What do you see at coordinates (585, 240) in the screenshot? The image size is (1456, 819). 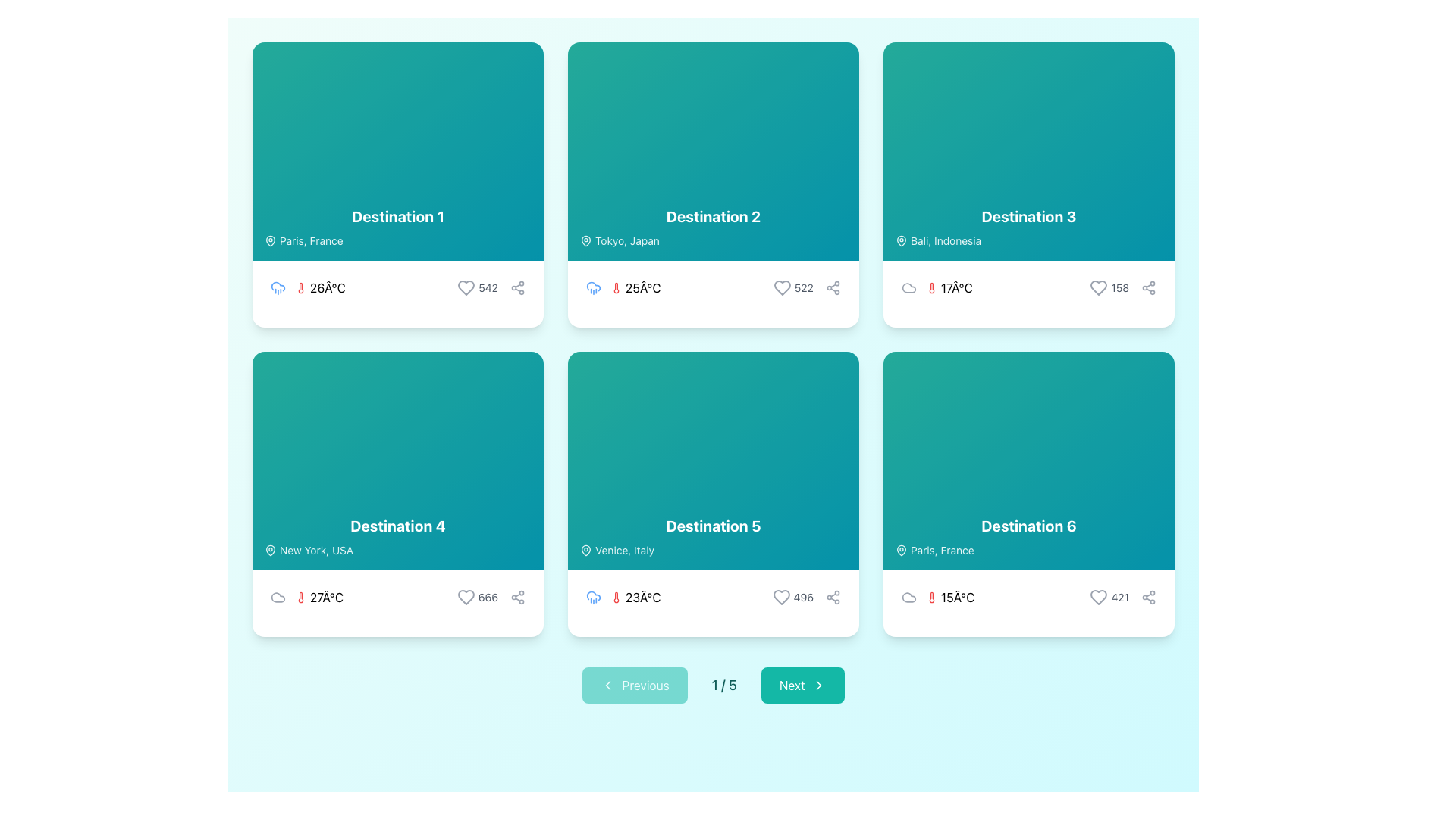 I see `the geographic location icon located at the top-left corner of the 'Destination 2' card` at bounding box center [585, 240].